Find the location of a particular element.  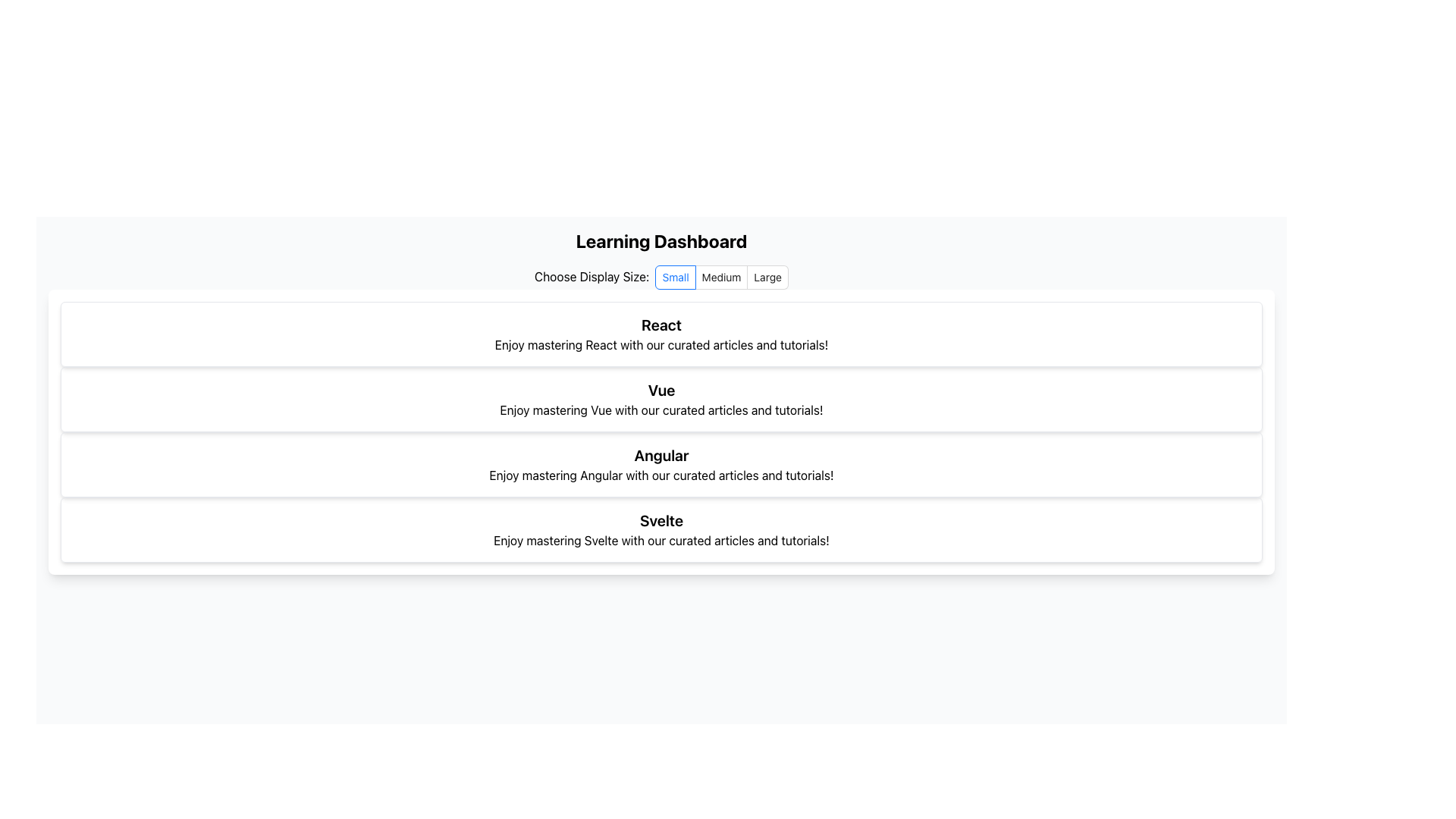

the text label displaying 'Vue', which is the prominent header of a section dedicated to Vue-related content is located at coordinates (661, 390).